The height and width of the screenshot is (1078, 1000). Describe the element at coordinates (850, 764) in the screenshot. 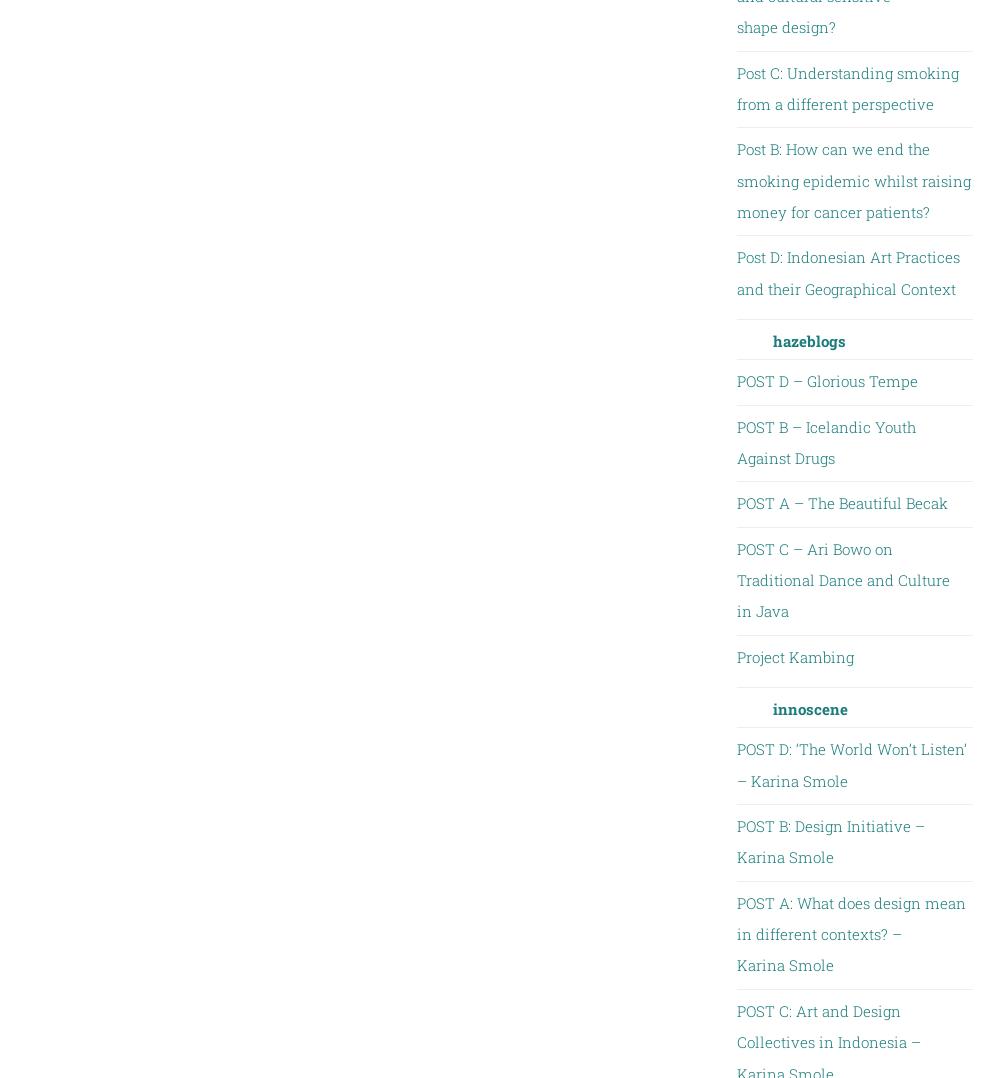

I see `'POST D: ‘The World Won’t Listen’ – Karina Smole'` at that location.